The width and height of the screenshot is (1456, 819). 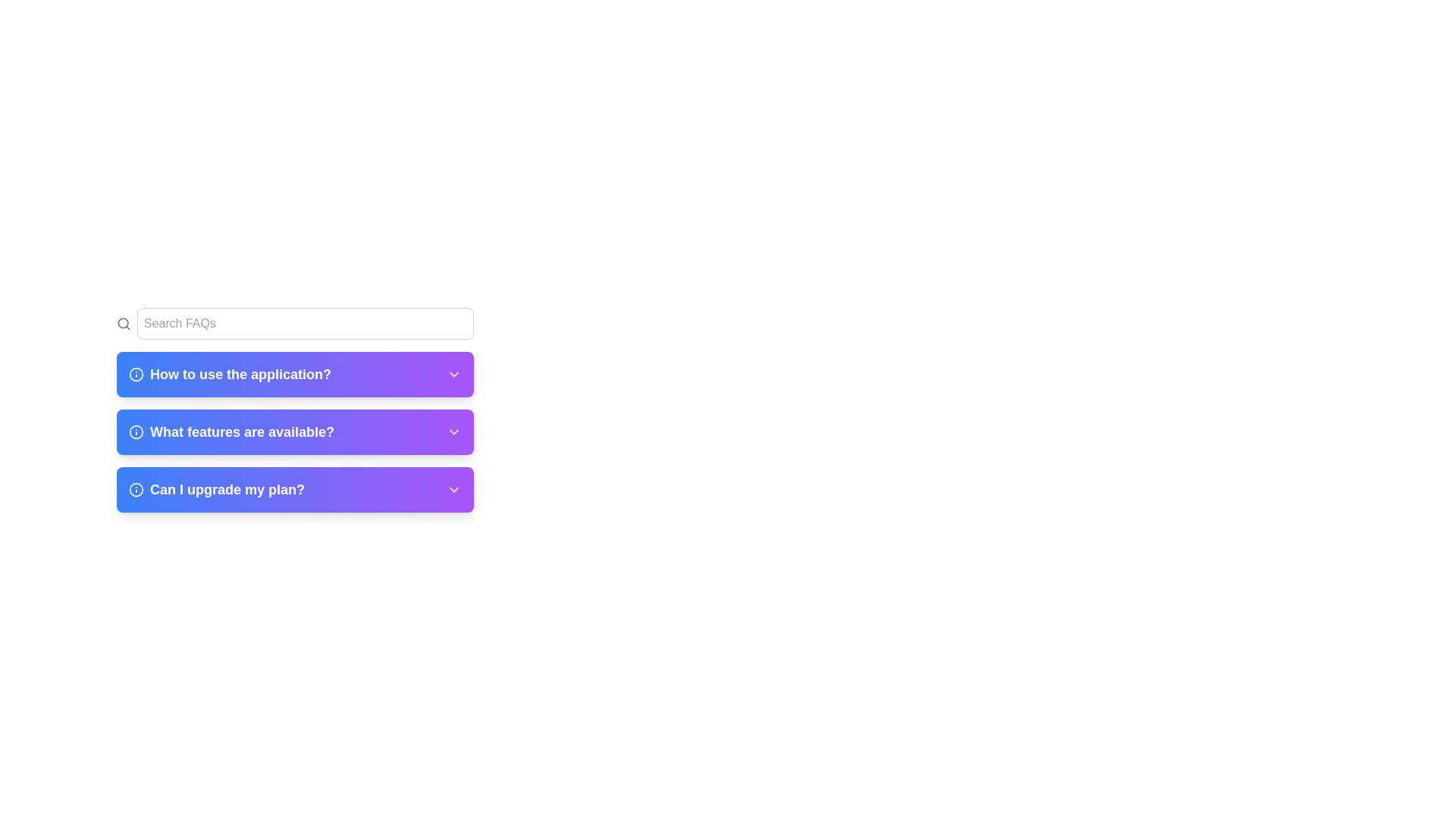 I want to click on the third expandable list item in the FAQ section, so click(x=295, y=489).